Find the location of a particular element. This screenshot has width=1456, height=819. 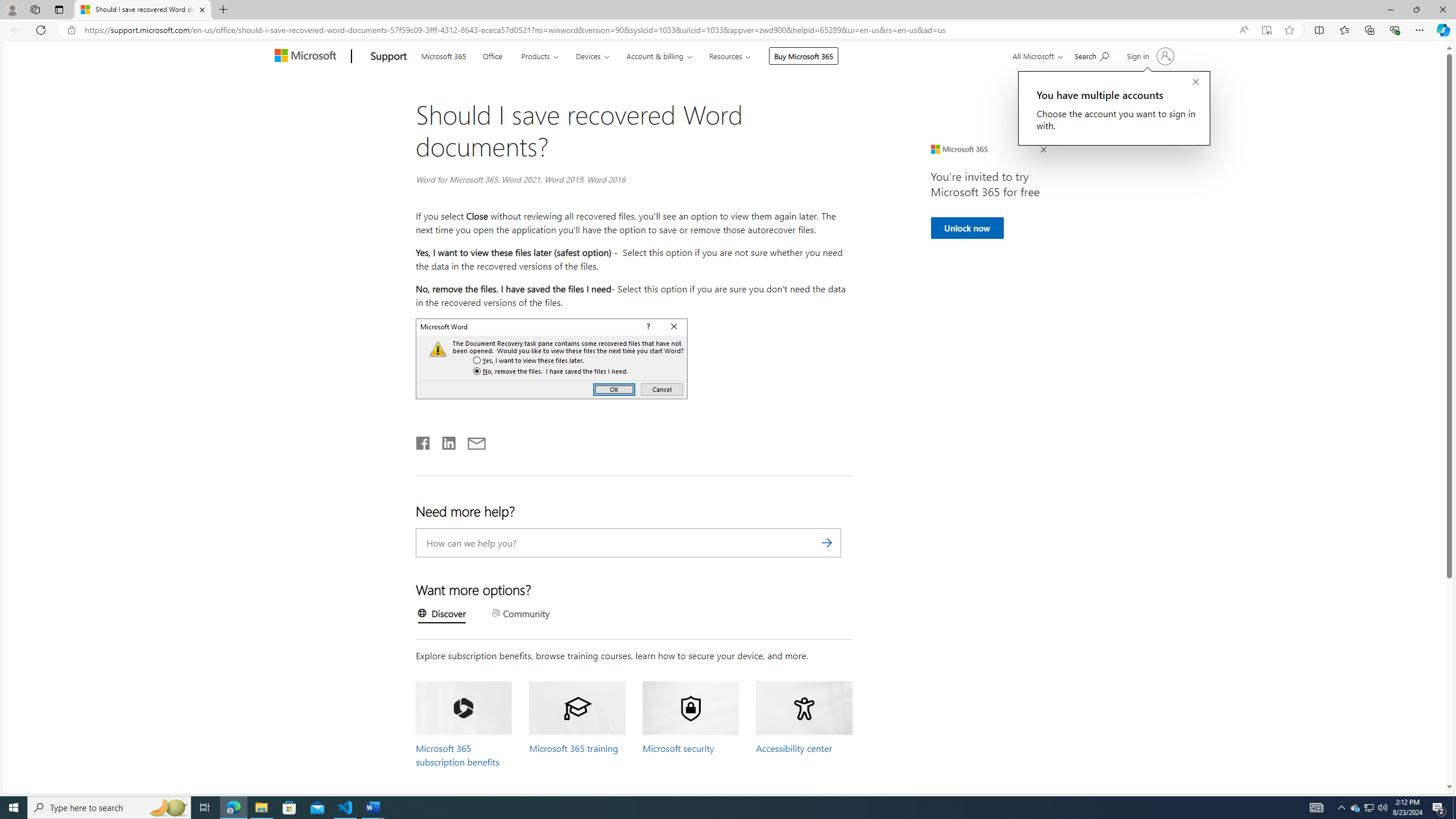

'How can we help you?' is located at coordinates (628, 542).